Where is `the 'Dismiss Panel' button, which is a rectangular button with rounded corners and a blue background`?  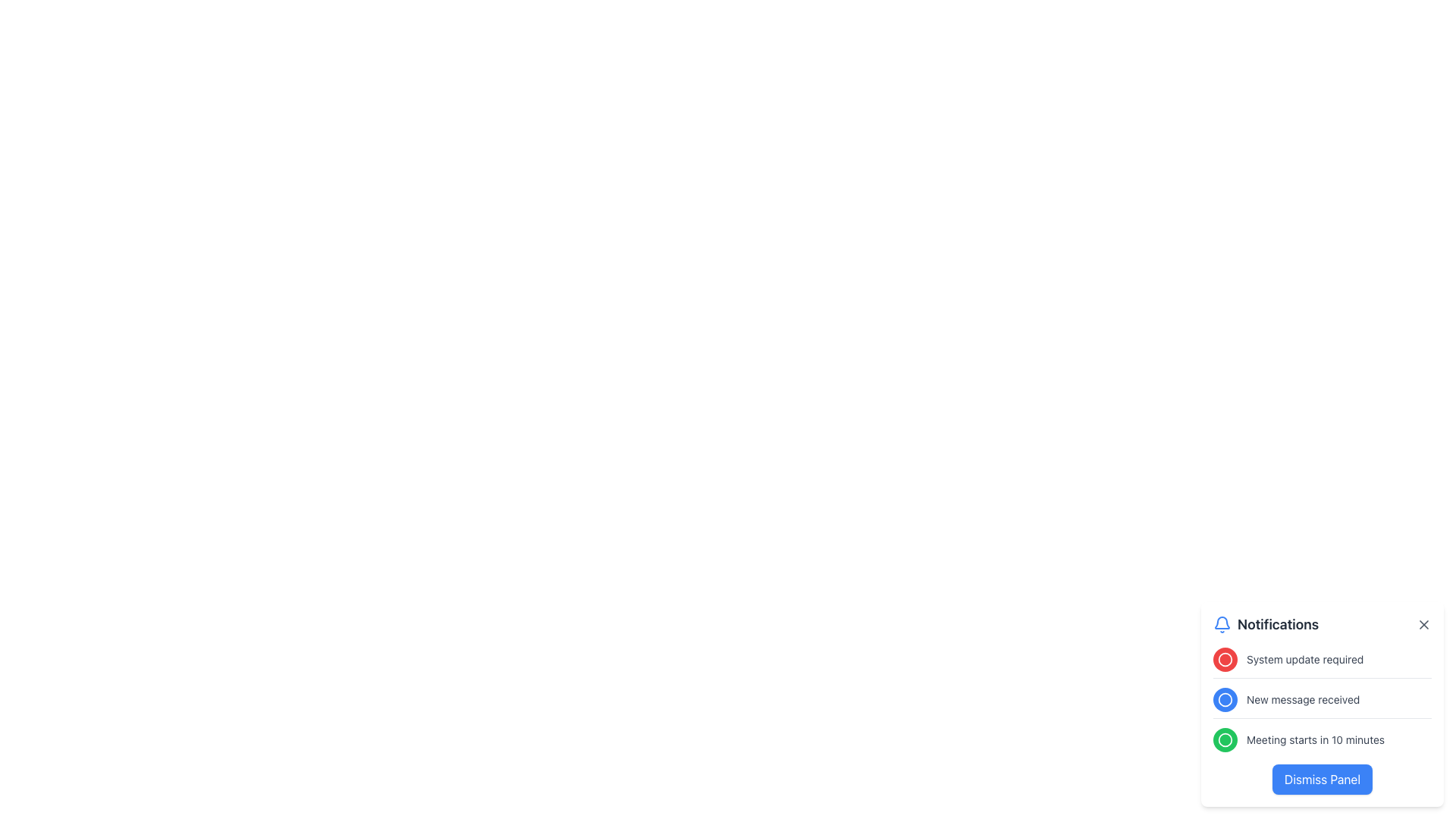
the 'Dismiss Panel' button, which is a rectangular button with rounded corners and a blue background is located at coordinates (1321, 780).